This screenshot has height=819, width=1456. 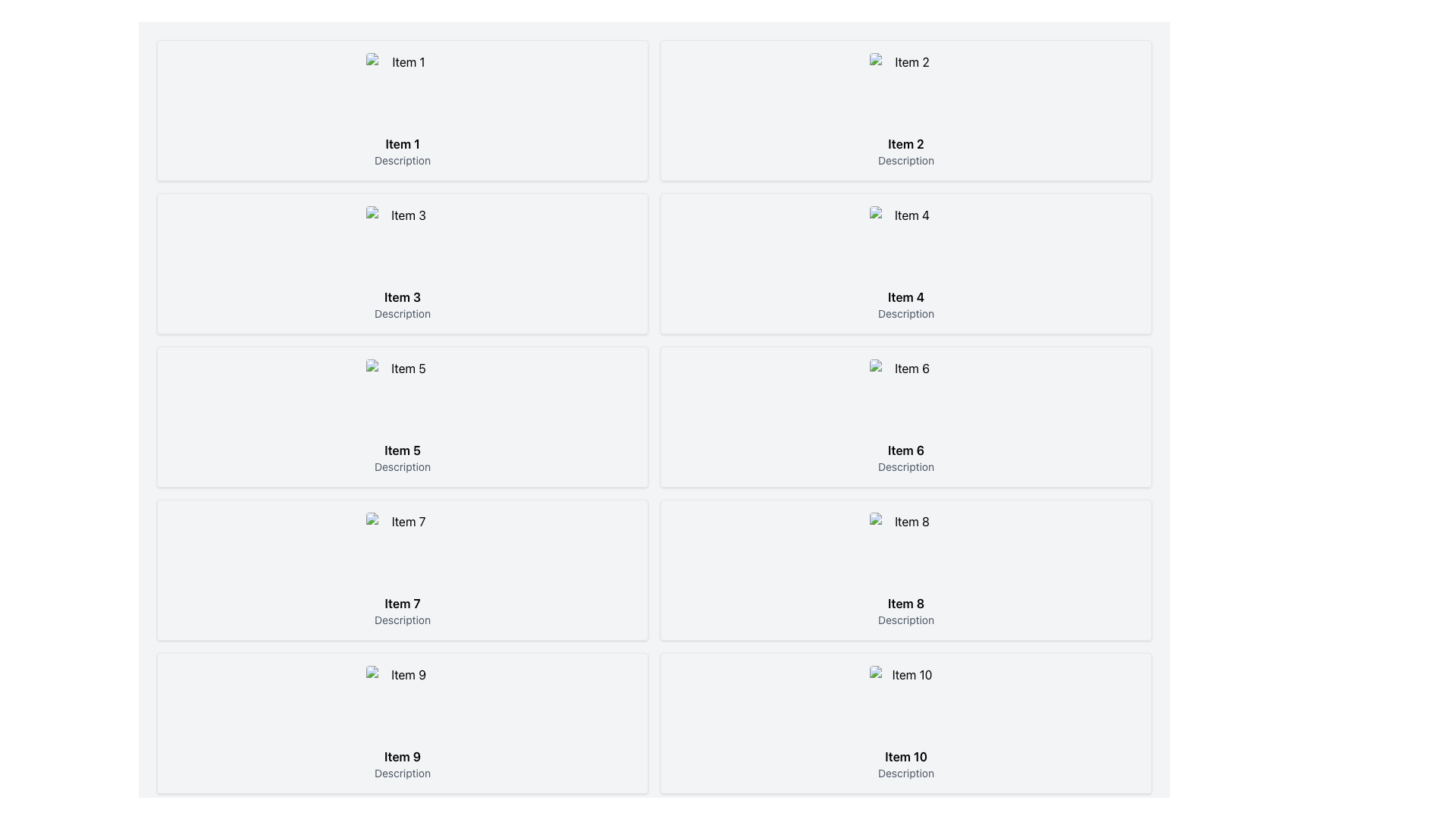 I want to click on the Text Label located below 'Item 2' in the second group of the grid structure, so click(x=906, y=161).